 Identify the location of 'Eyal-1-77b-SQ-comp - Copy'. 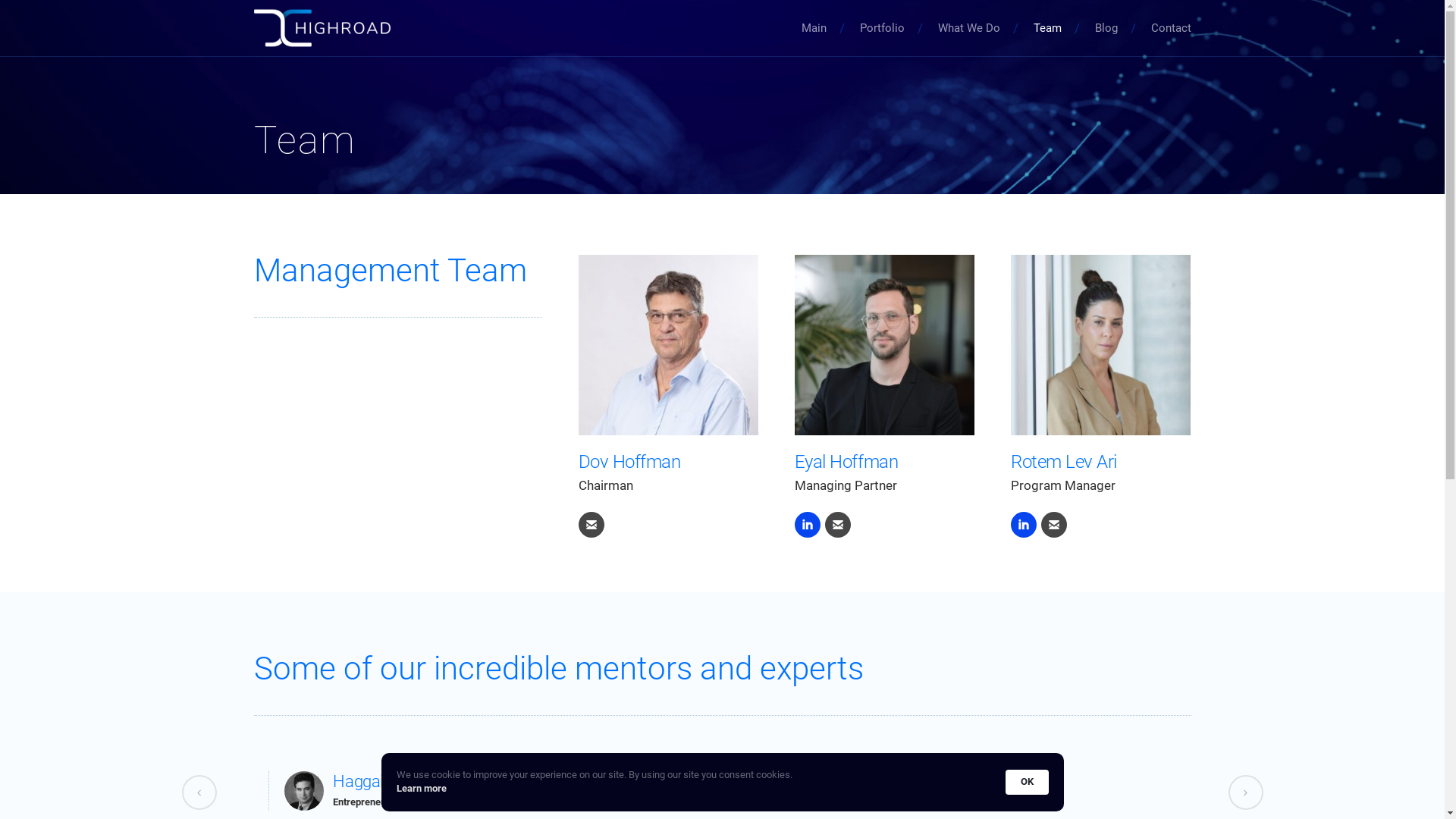
(884, 344).